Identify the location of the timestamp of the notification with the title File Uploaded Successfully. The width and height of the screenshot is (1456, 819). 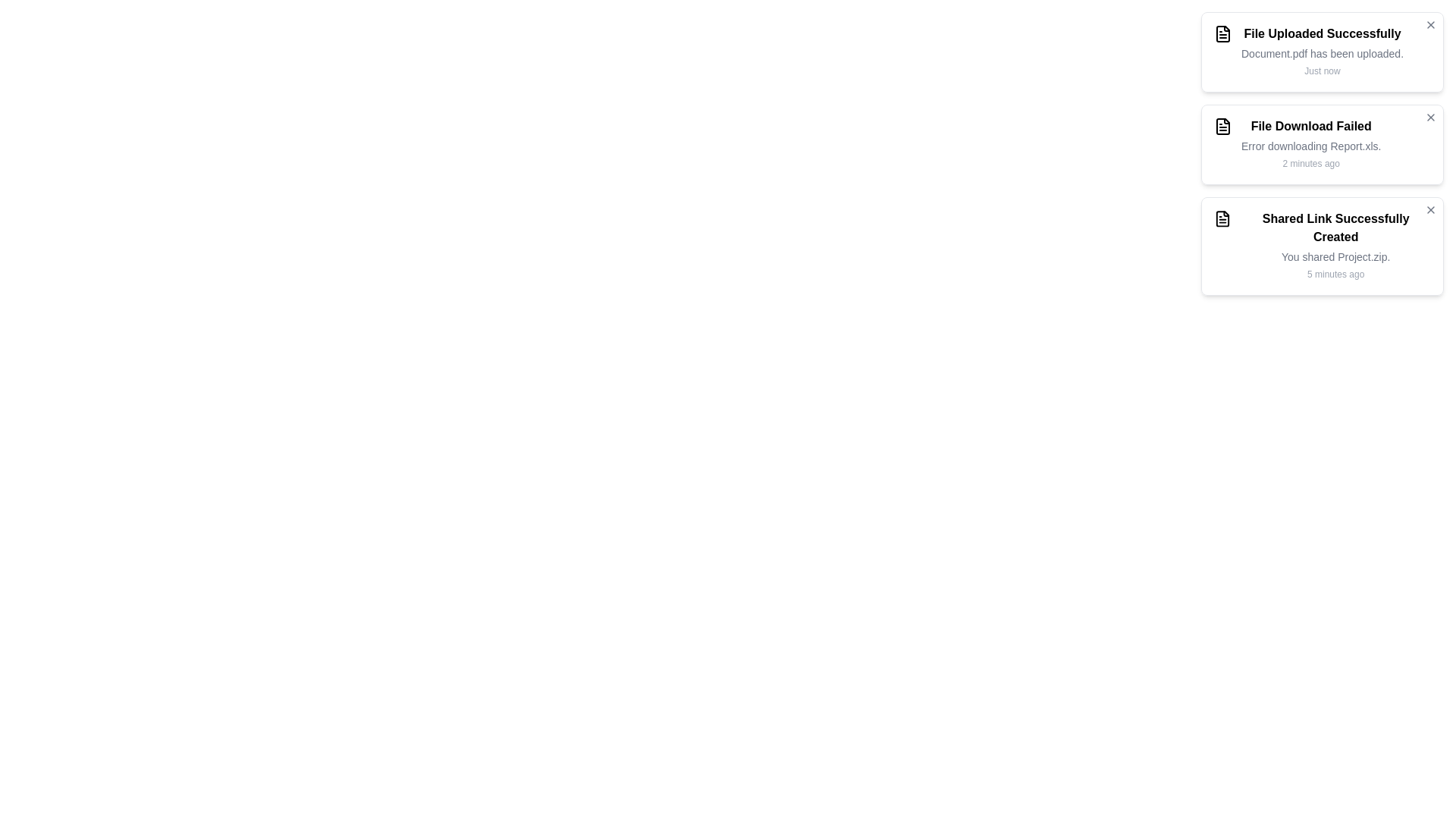
(1321, 71).